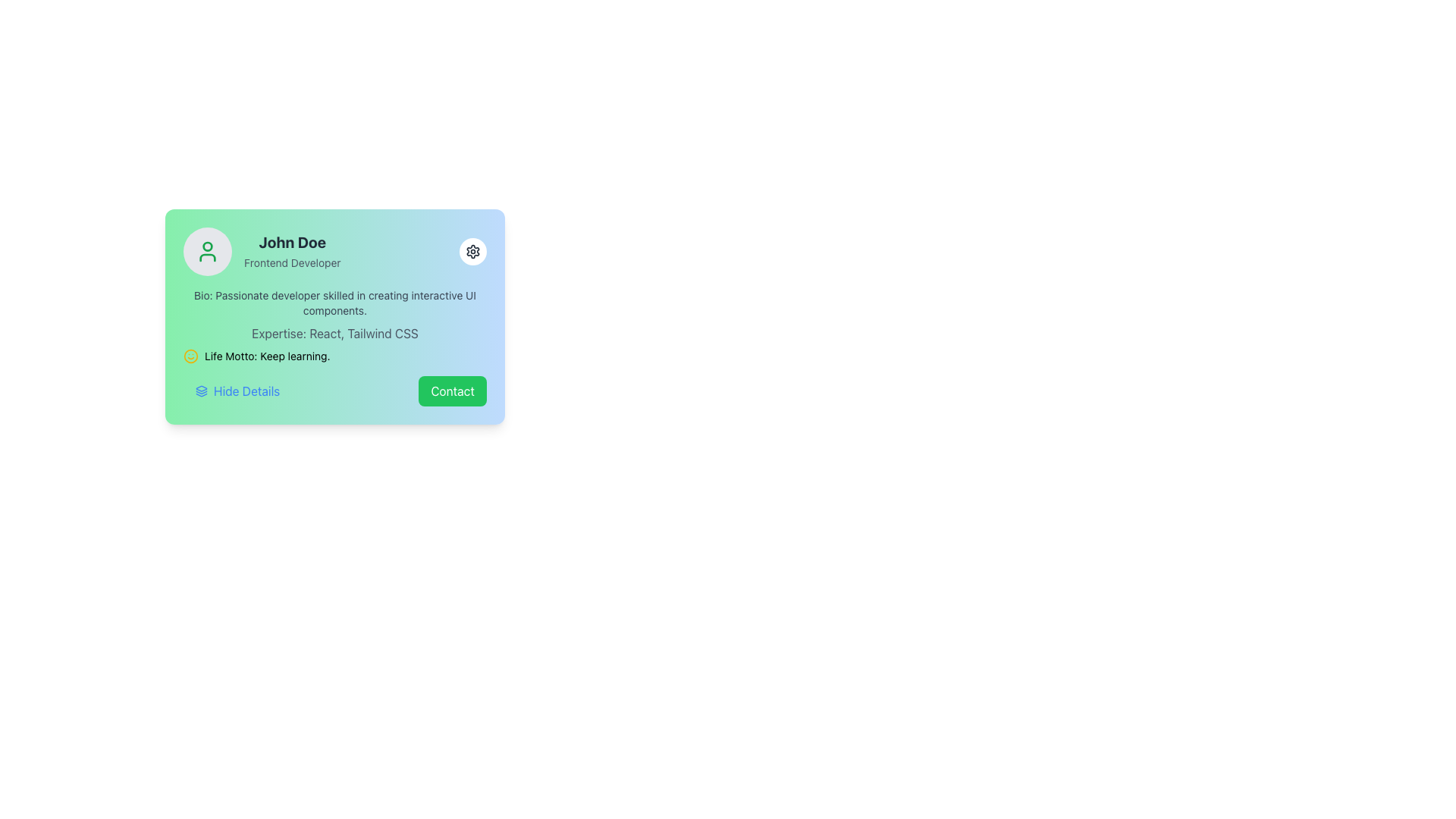 The image size is (1456, 819). I want to click on the Profile card, which includes the name, professional title, biography, areas of expertise, and life motto, located at the specified coordinates, so click(334, 315).